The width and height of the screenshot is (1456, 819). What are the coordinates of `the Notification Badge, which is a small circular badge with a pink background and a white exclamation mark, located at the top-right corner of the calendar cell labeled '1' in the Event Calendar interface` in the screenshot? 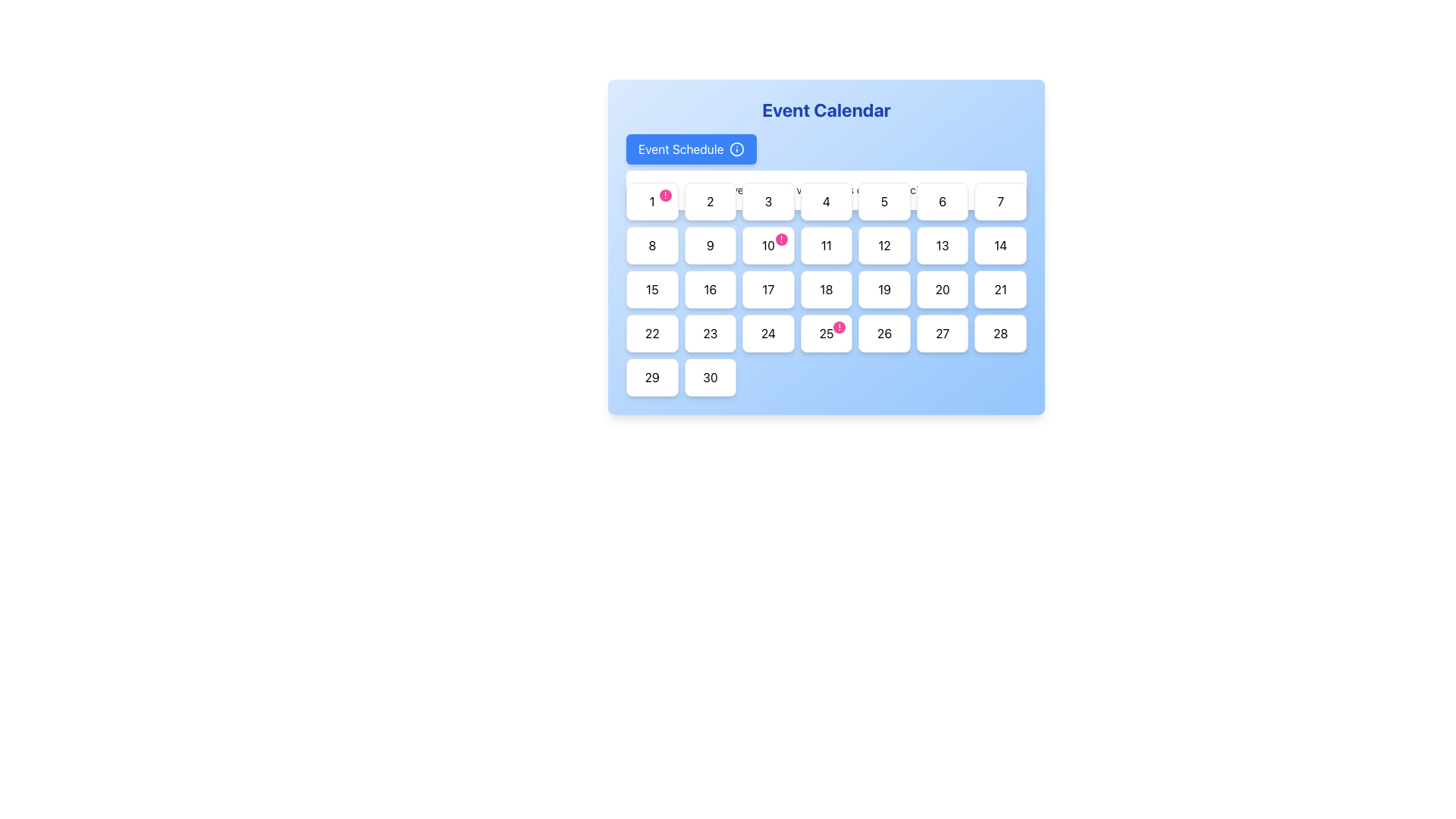 It's located at (665, 195).